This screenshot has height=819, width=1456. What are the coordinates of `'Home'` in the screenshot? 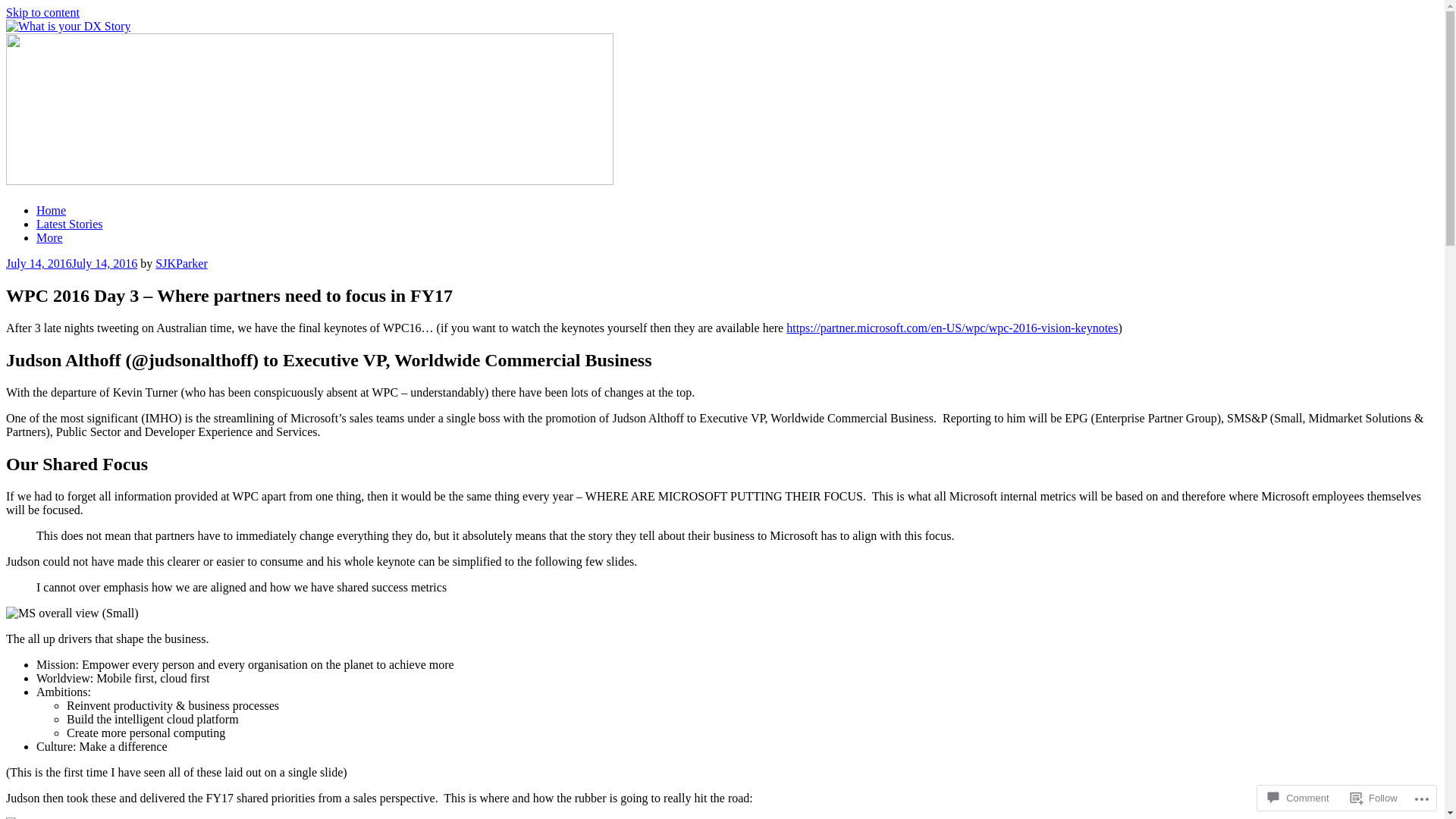 It's located at (51, 210).